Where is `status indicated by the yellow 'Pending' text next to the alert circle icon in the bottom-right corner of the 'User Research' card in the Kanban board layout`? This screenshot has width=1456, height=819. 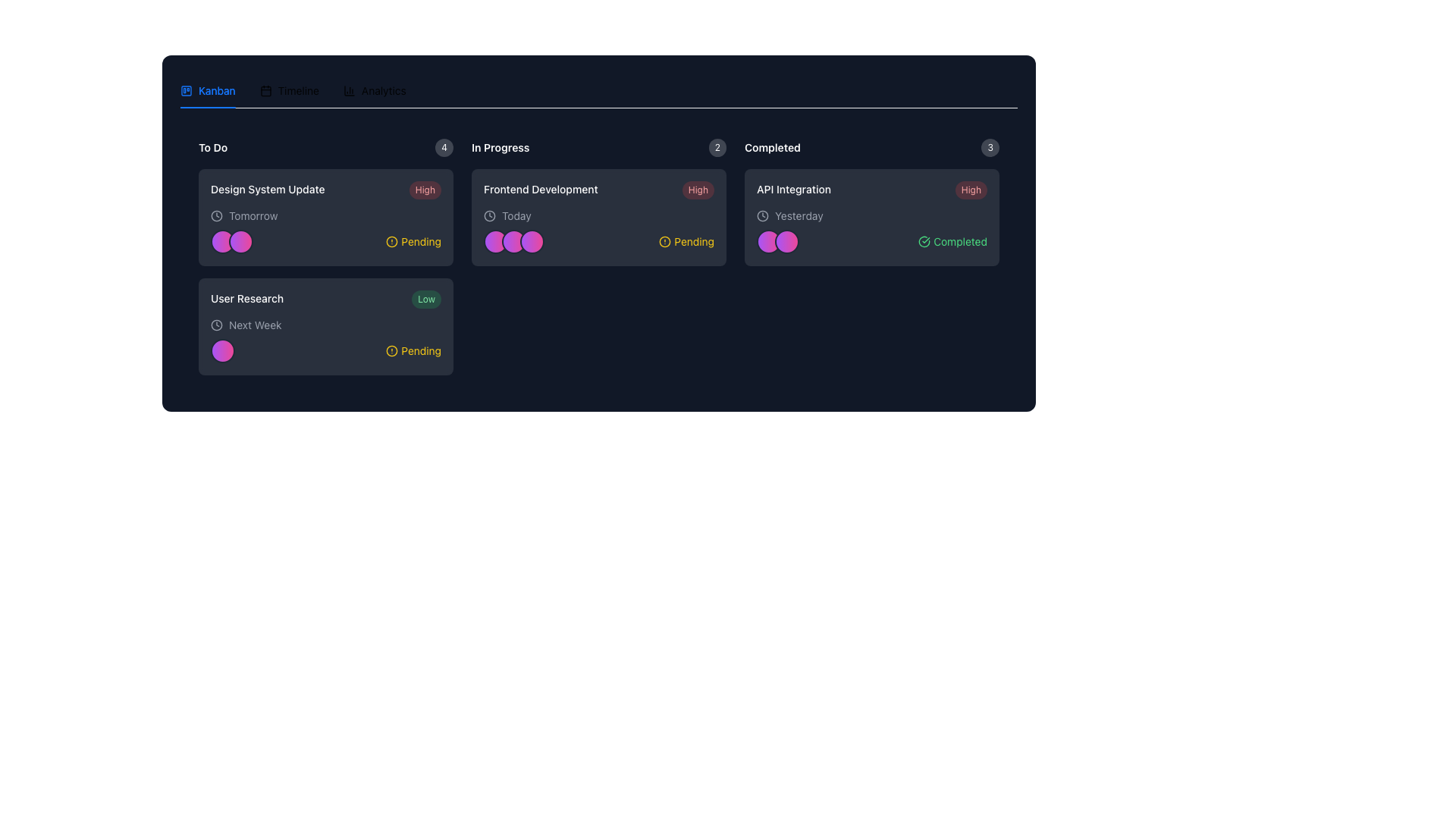
status indicated by the yellow 'Pending' text next to the alert circle icon in the bottom-right corner of the 'User Research' card in the Kanban board layout is located at coordinates (413, 350).